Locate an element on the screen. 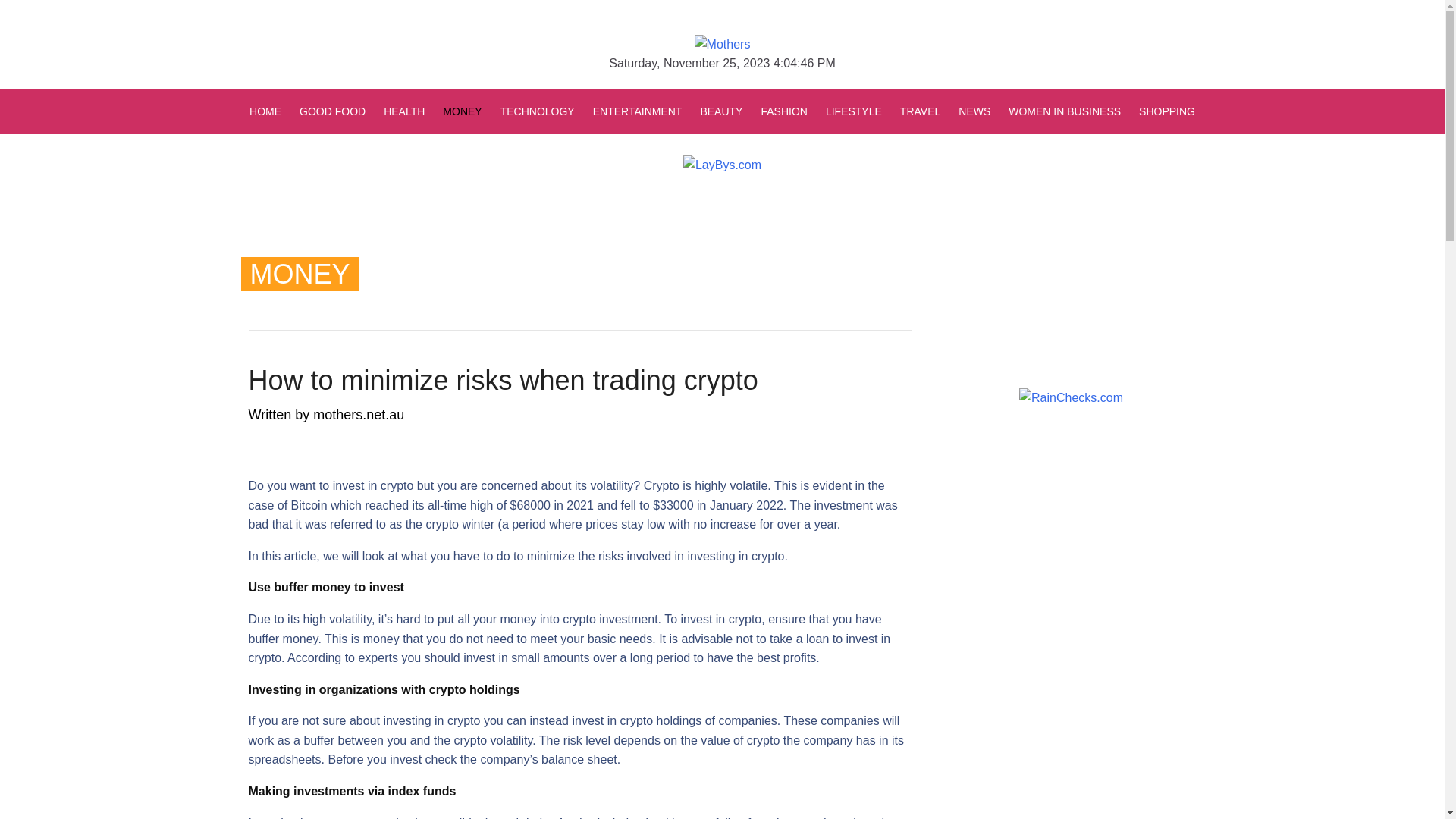  'ENTERTAINMENT' is located at coordinates (582, 110).